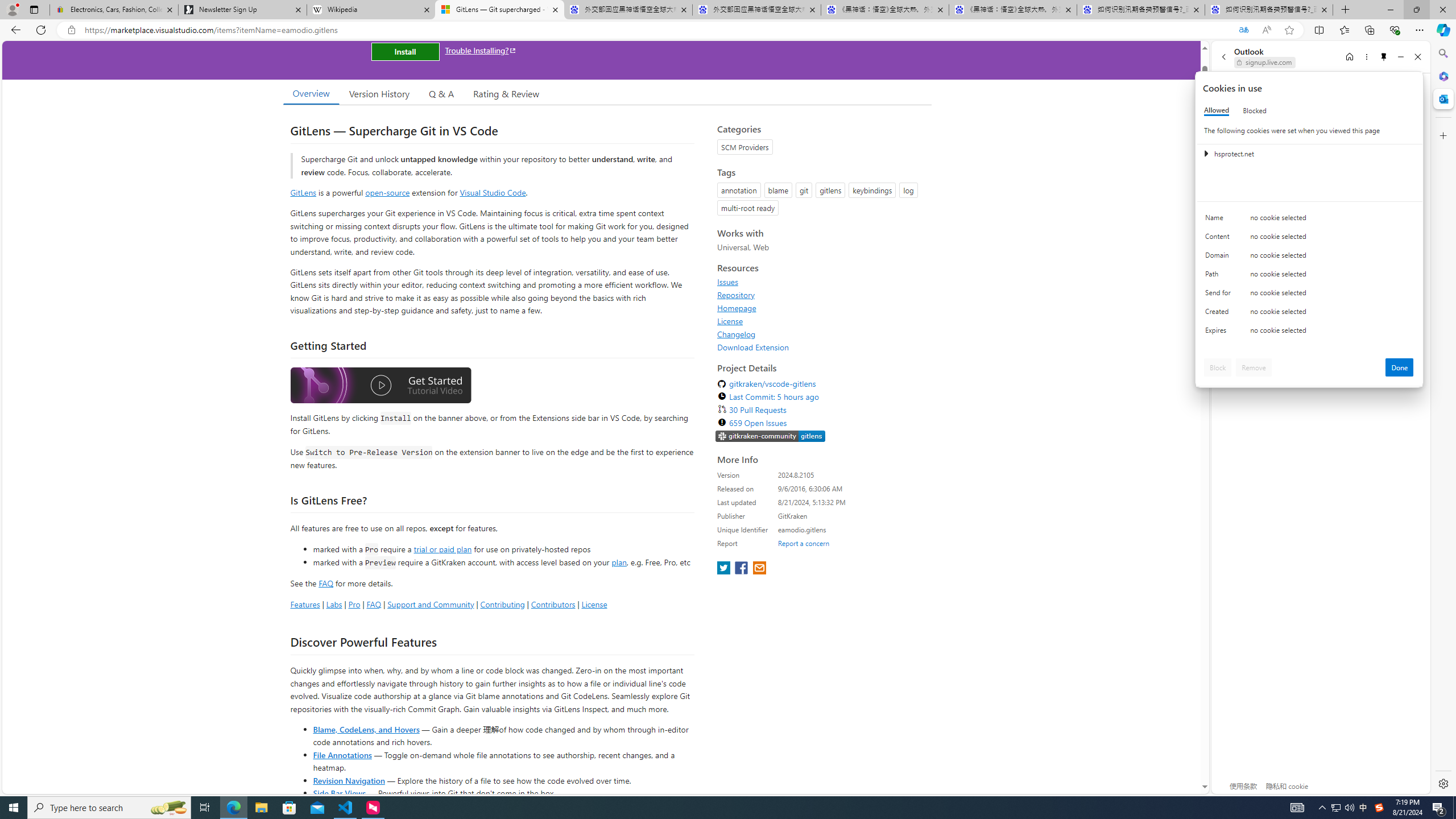  I want to click on 'Class: c0153 c0157 c0154', so click(1309, 220).